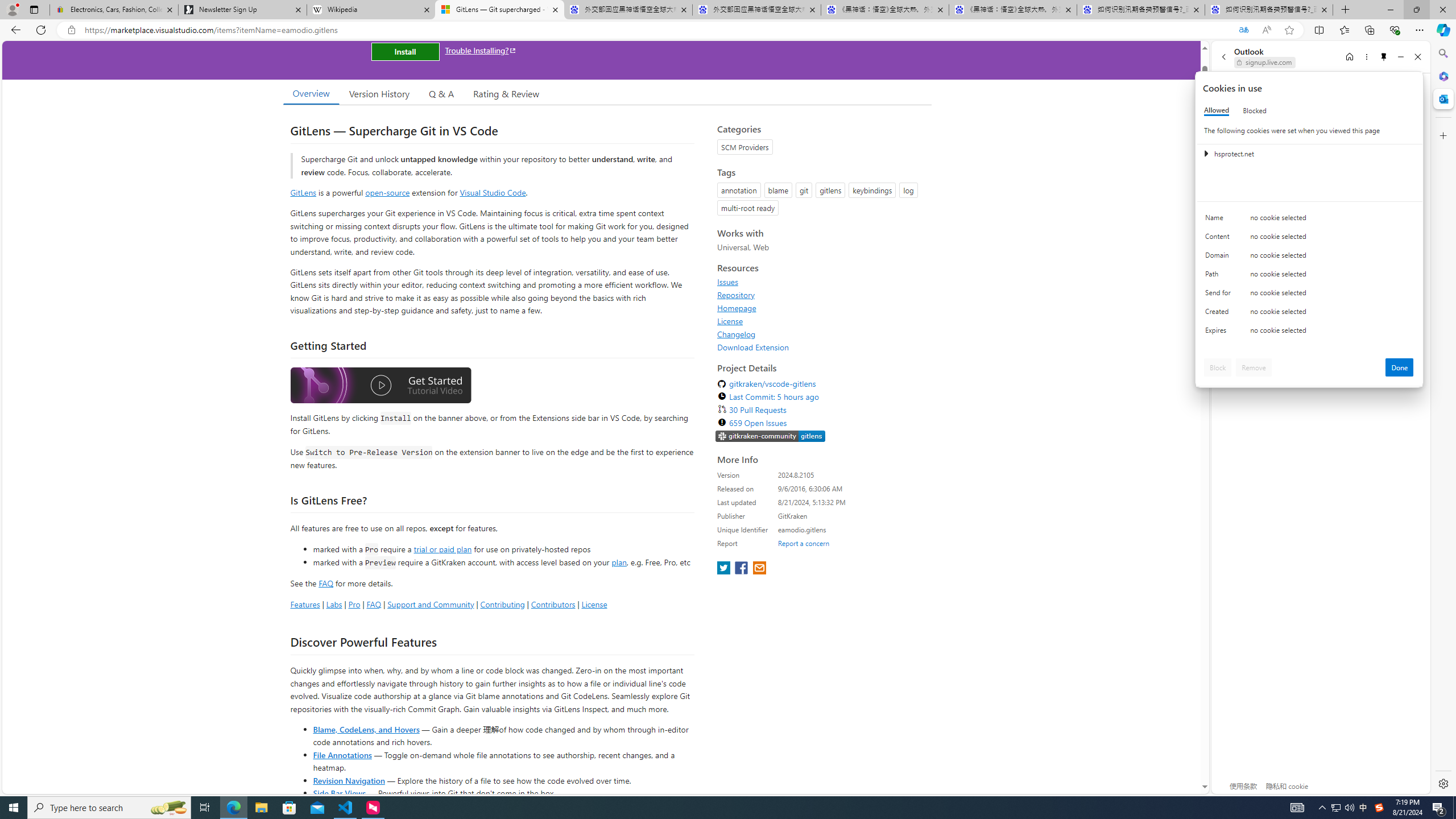  I want to click on 'Class: c0153 c0157 c0154', so click(1309, 220).